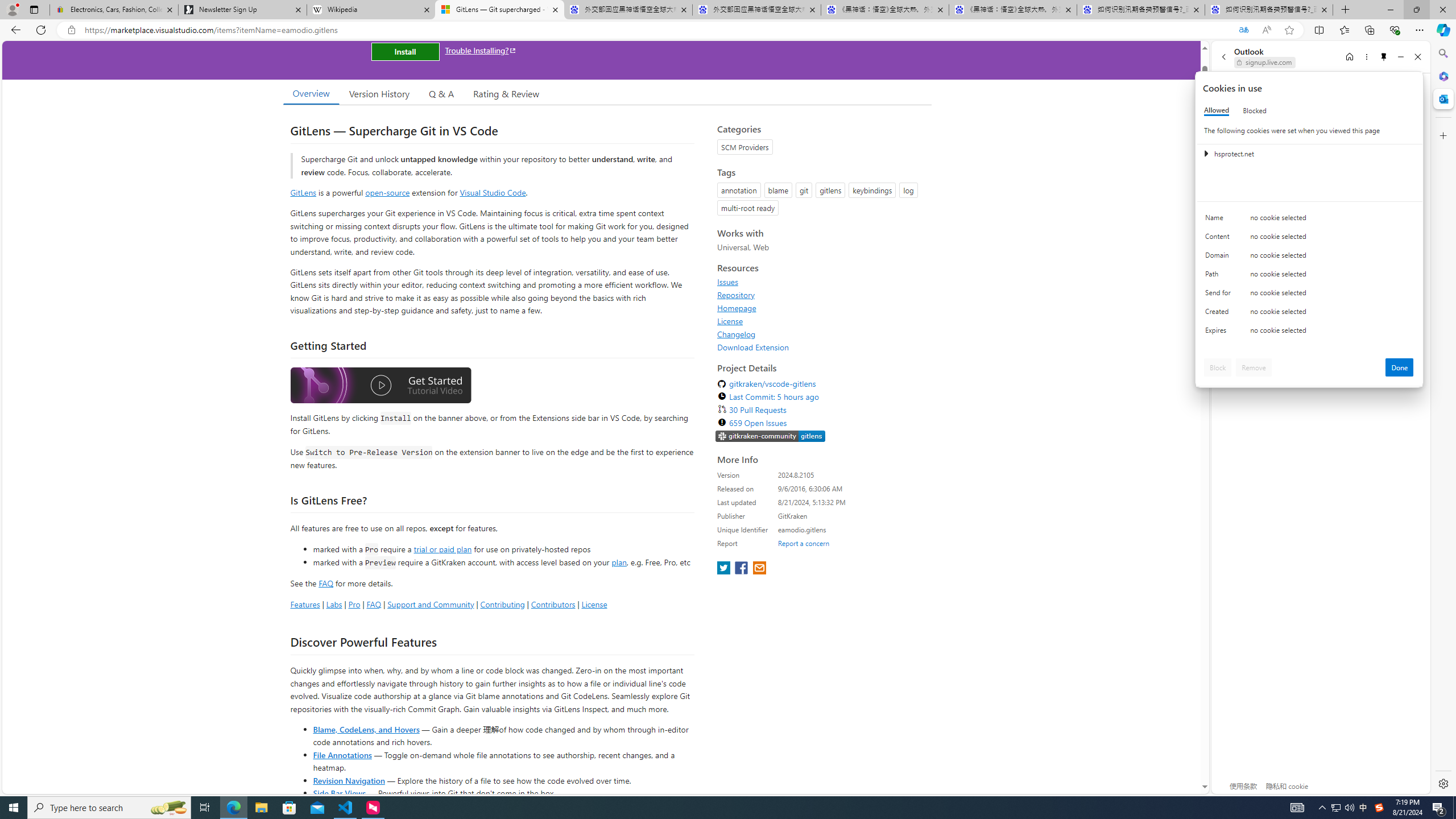  I want to click on 'Class: c0153 c0157 c0154', so click(1309, 220).